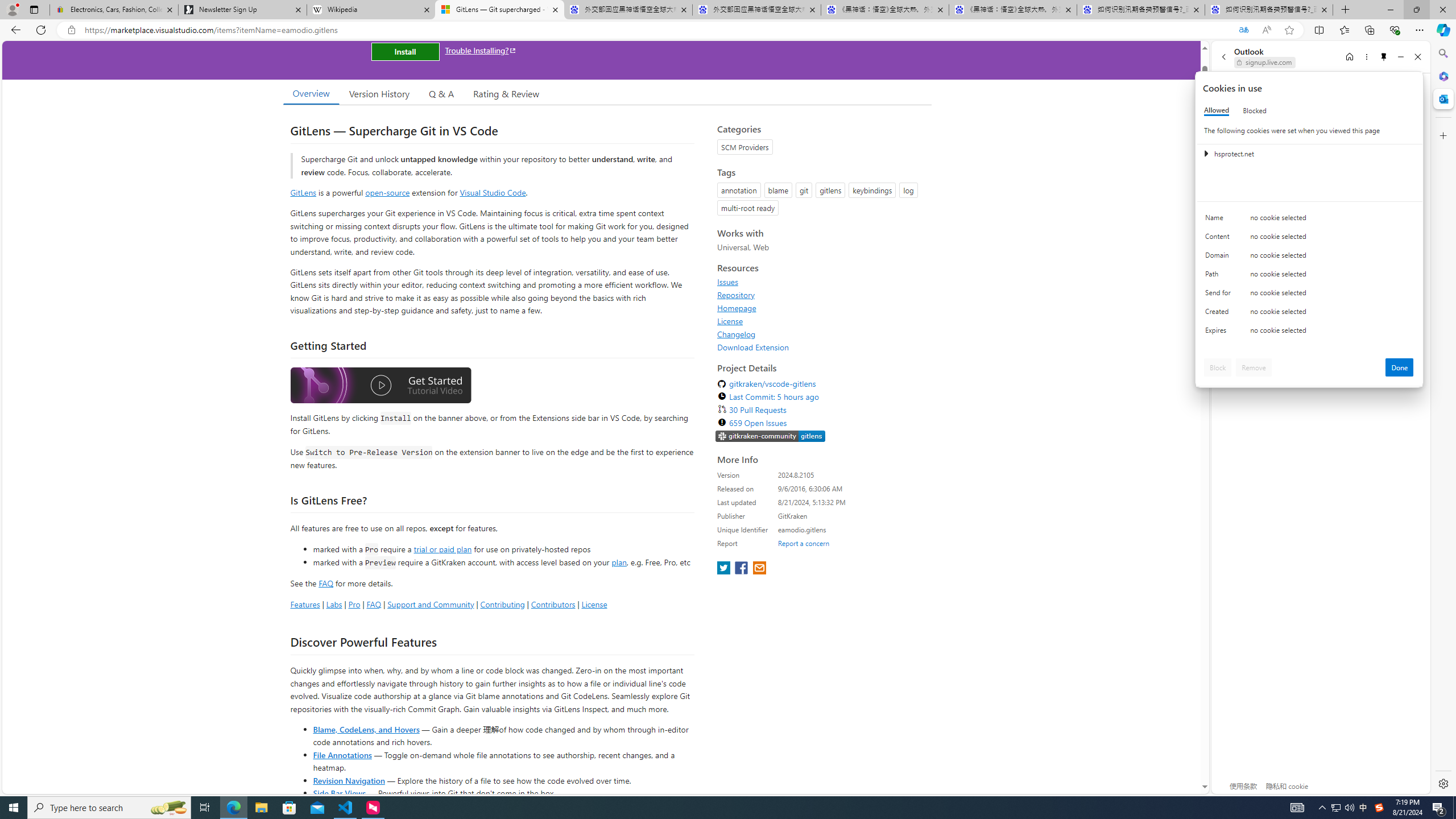  I want to click on 'Class: c0153 c0157 c0154', so click(1309, 220).